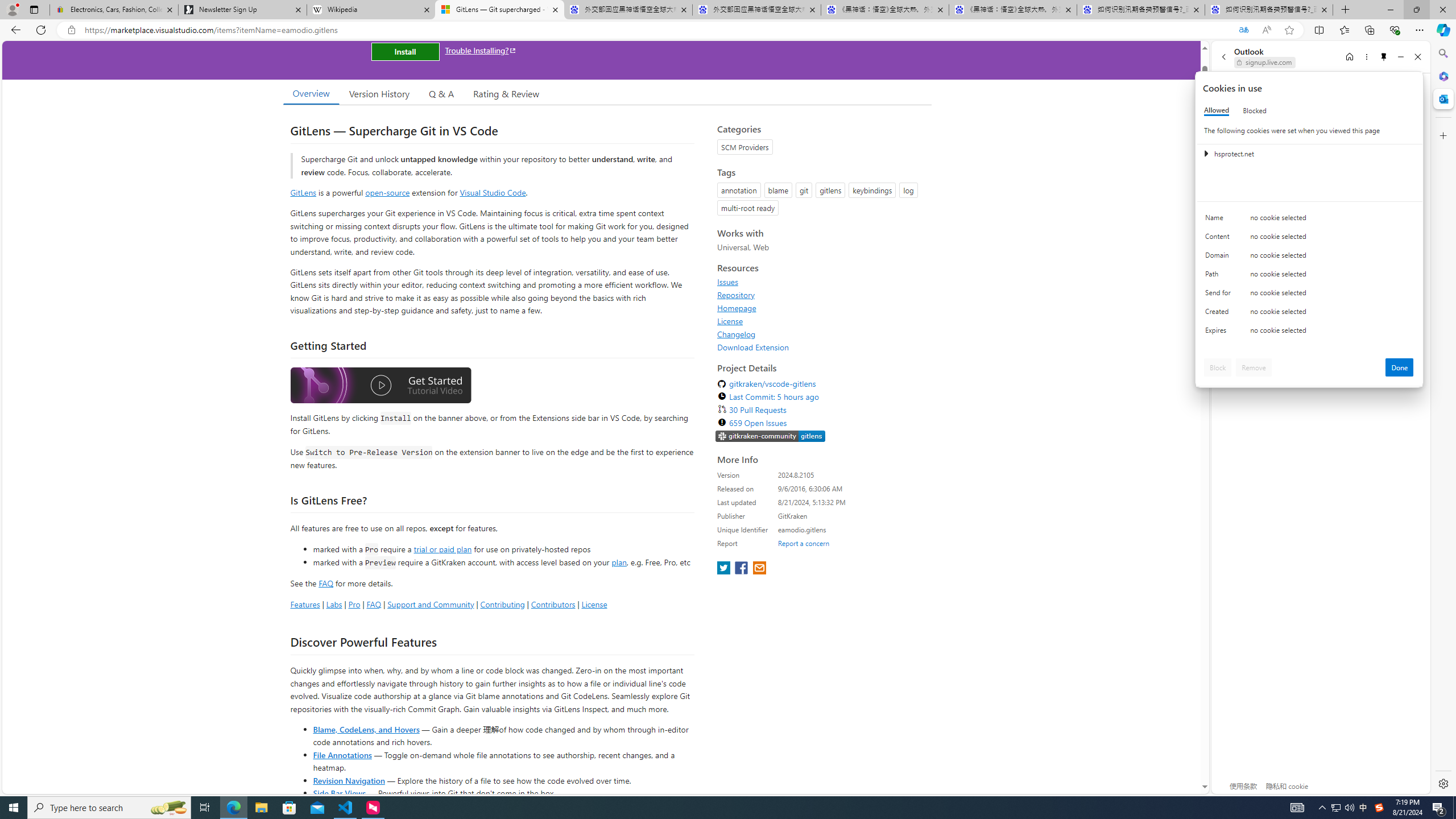  I want to click on 'Class: c0153 c0157 c0154', so click(1309, 220).